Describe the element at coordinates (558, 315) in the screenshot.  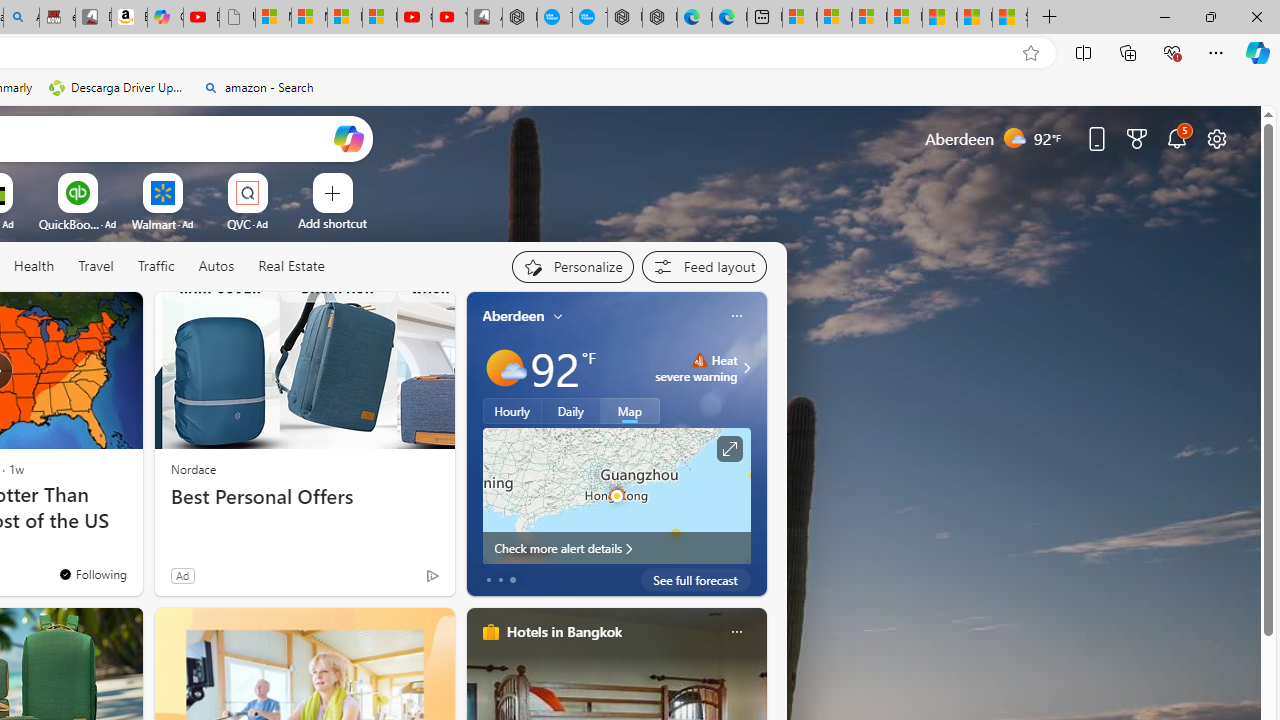
I see `'My location'` at that location.